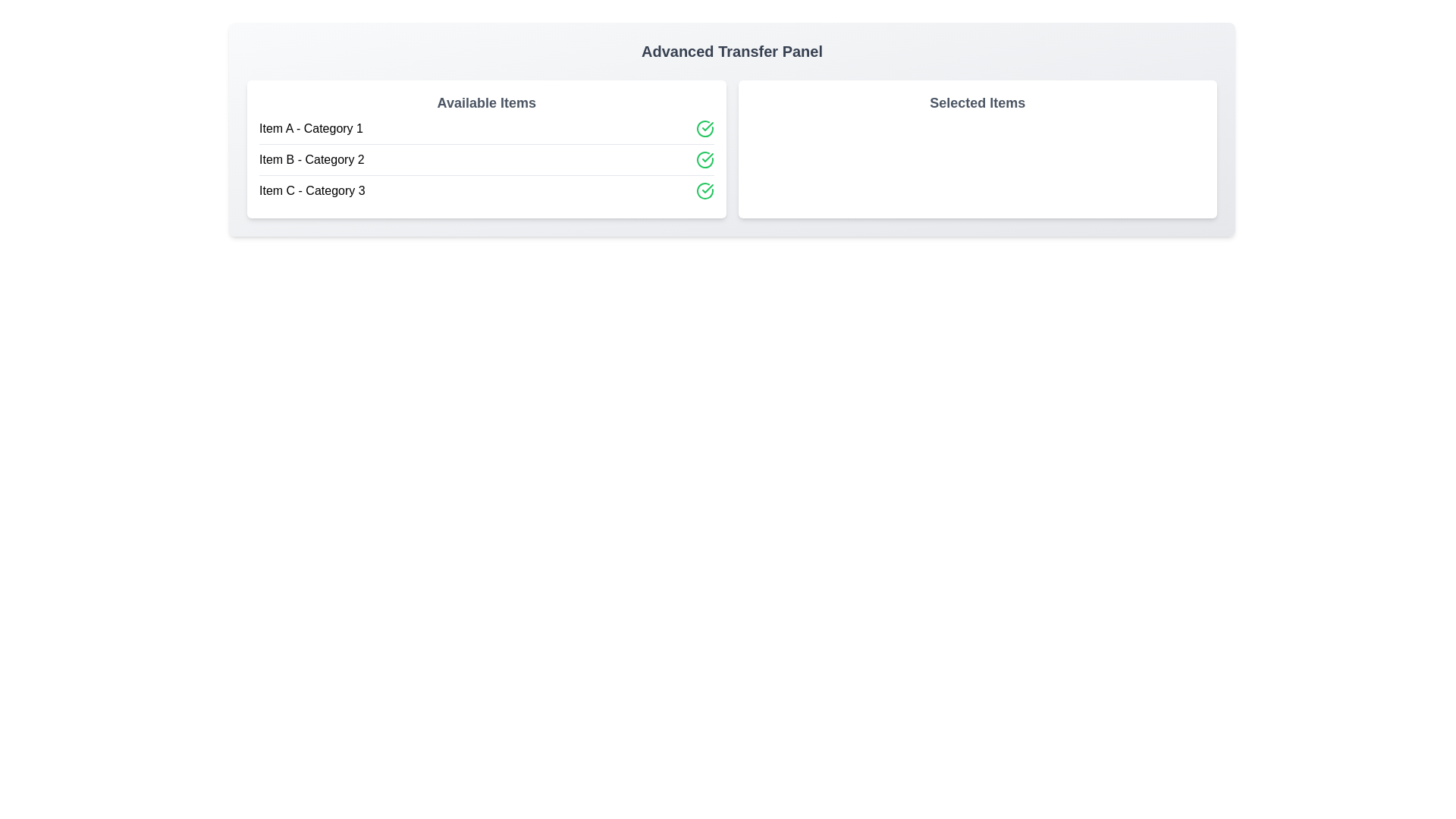  Describe the element at coordinates (704, 160) in the screenshot. I see `the status indicator icon located to the right of 'Item B - Category 2'` at that location.